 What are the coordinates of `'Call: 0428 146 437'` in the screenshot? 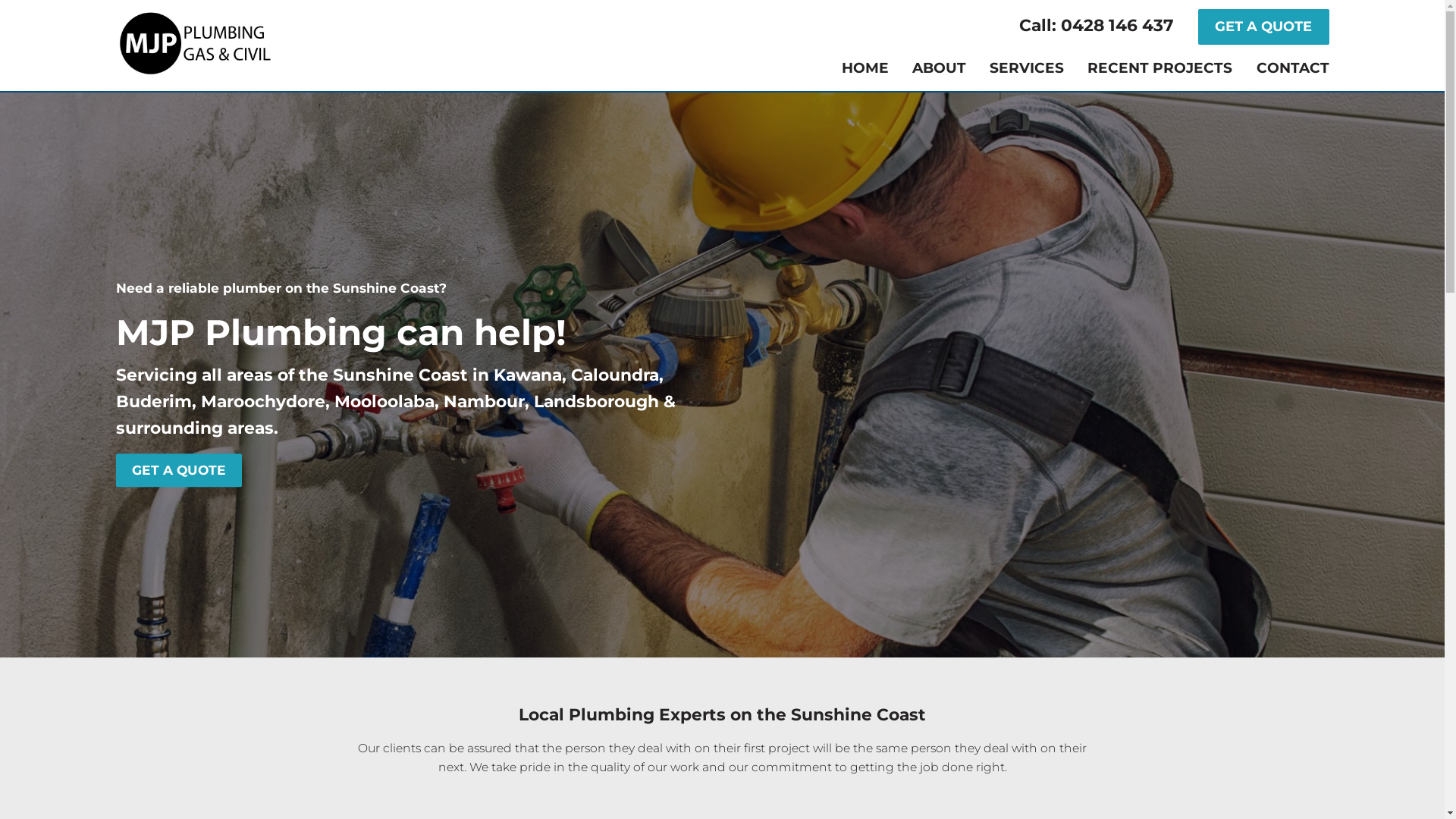 It's located at (1106, 27).